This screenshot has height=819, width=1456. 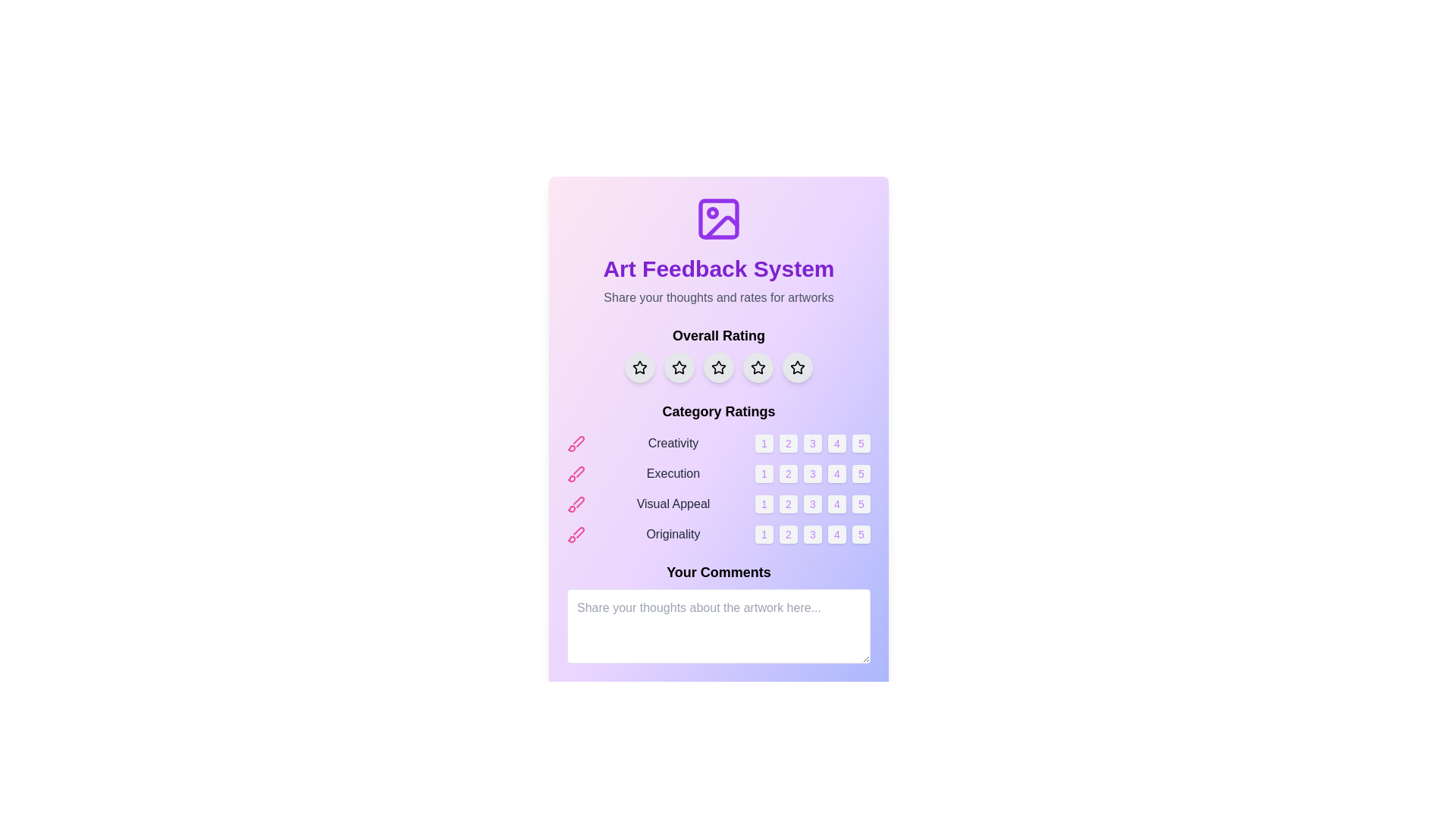 What do you see at coordinates (640, 368) in the screenshot?
I see `the leftmost circular button with a light gray background and a black star icon under the 'Overall Rating' heading` at bounding box center [640, 368].